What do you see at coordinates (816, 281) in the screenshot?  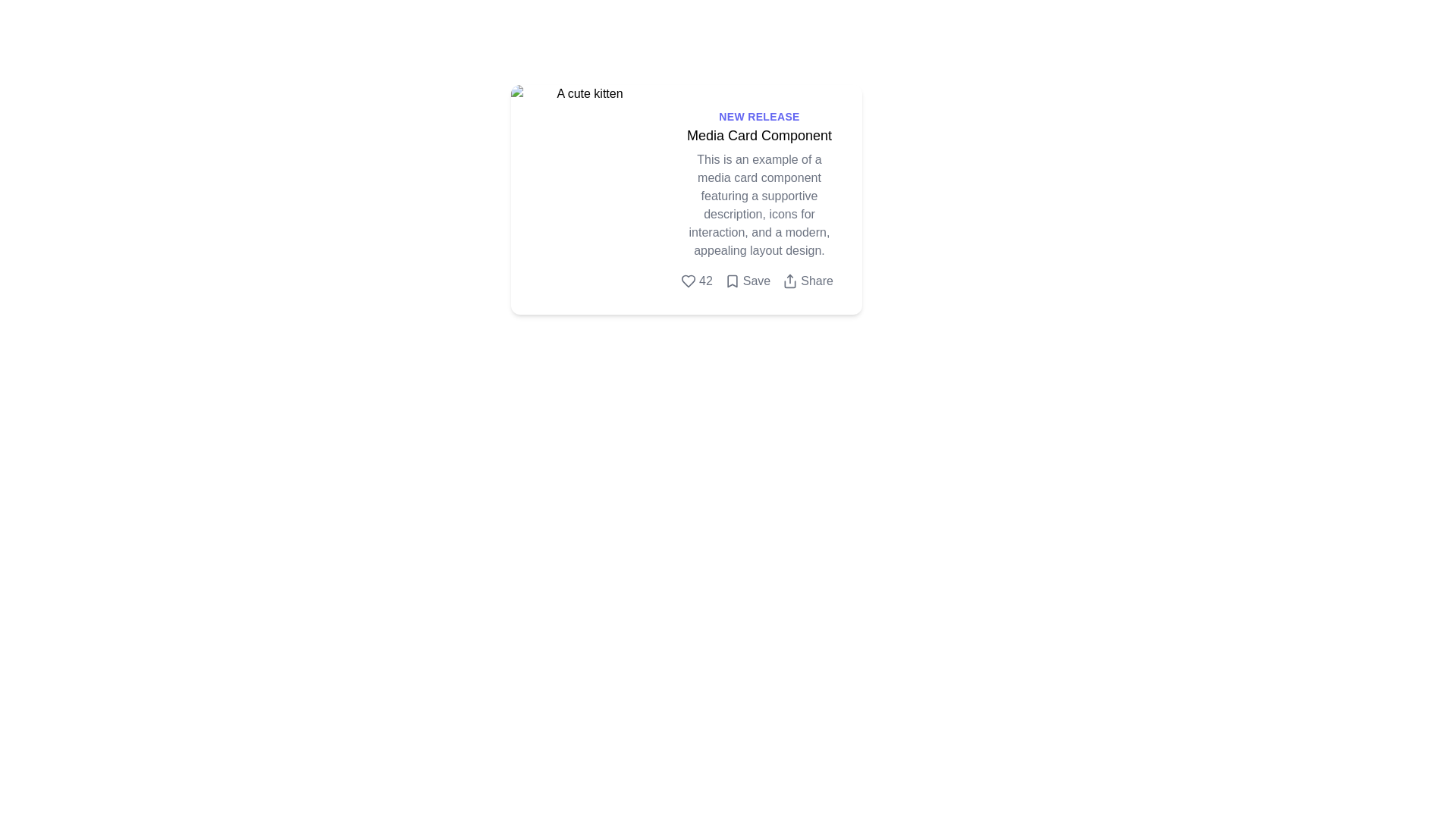 I see `the 'Share' label located at the bottom right of the media card component` at bounding box center [816, 281].